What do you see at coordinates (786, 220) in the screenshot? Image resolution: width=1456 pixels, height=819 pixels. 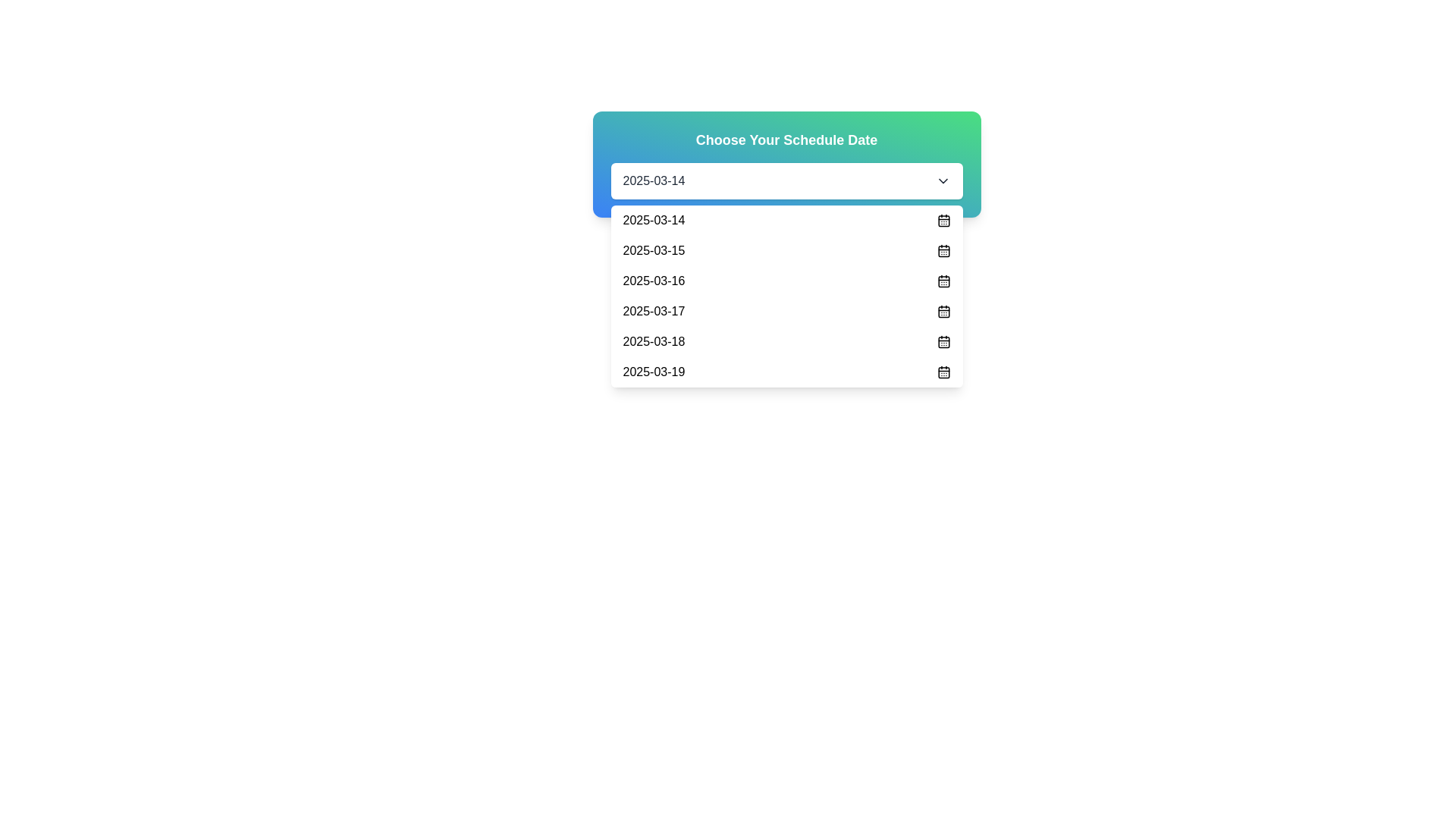 I see `the first selectable option in the date selection dropdown` at bounding box center [786, 220].